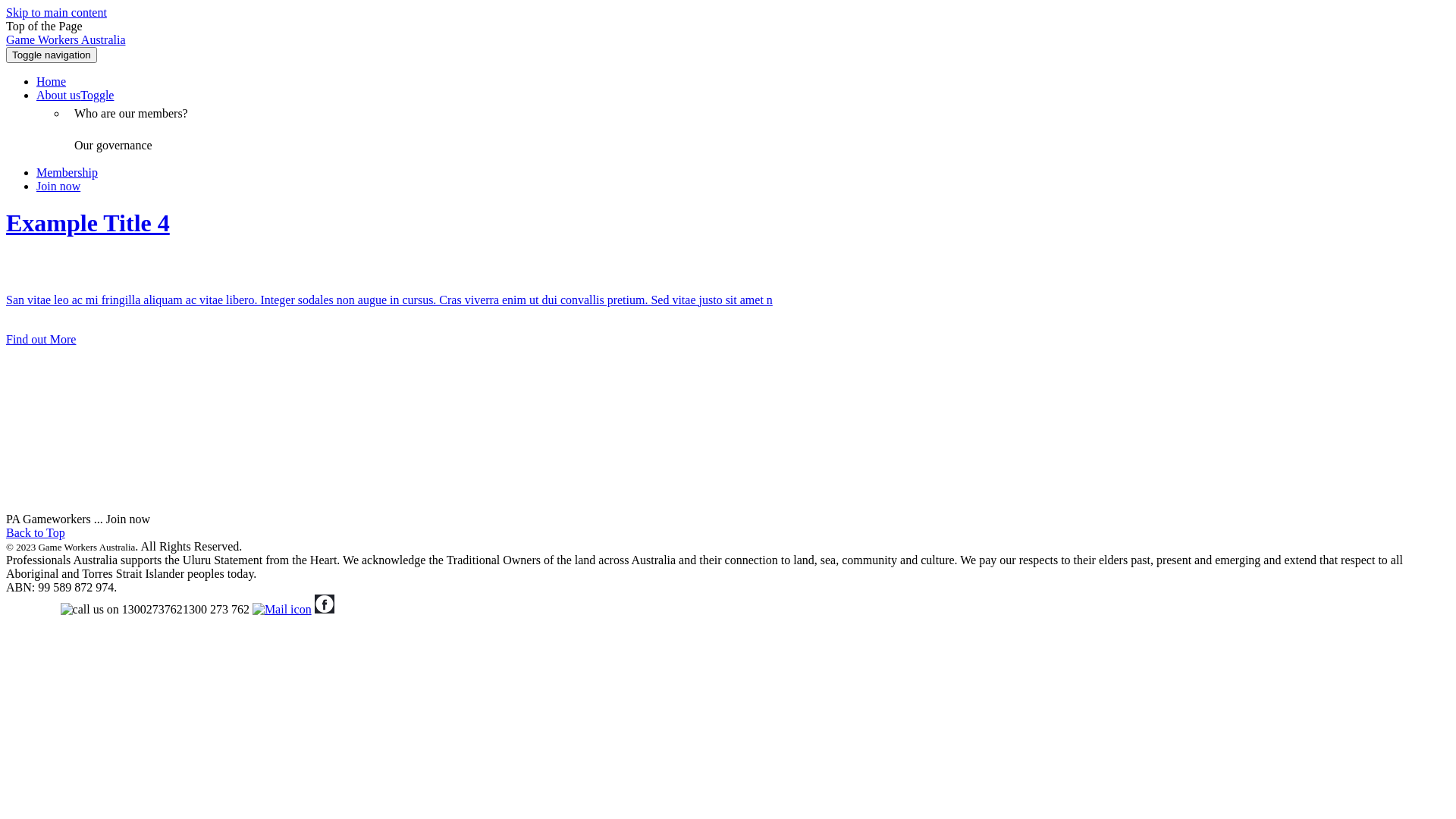 The image size is (1456, 819). What do you see at coordinates (36, 81) in the screenshot?
I see `'Home'` at bounding box center [36, 81].